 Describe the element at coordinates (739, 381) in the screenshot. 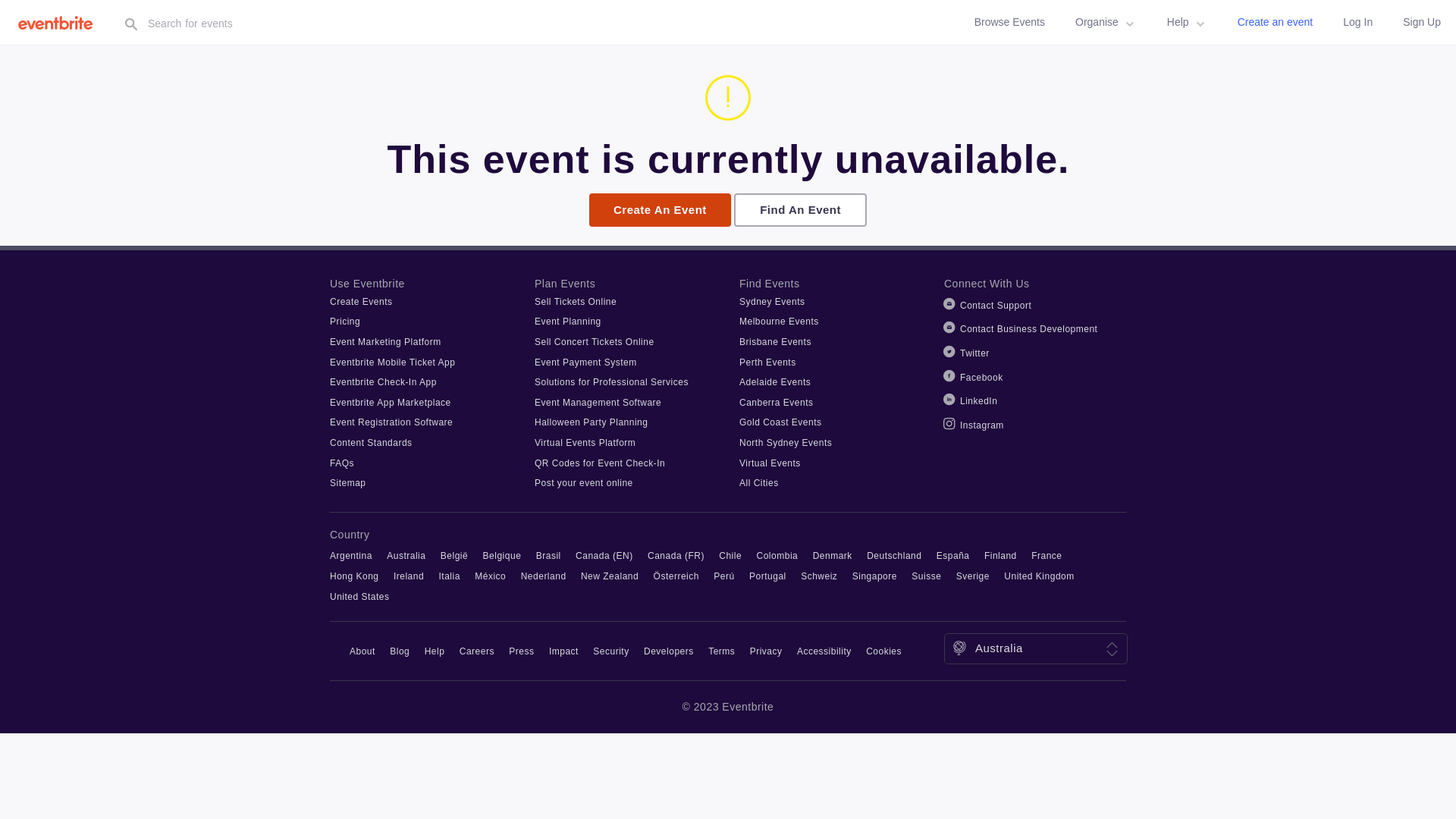

I see `'Adelaide Events'` at that location.